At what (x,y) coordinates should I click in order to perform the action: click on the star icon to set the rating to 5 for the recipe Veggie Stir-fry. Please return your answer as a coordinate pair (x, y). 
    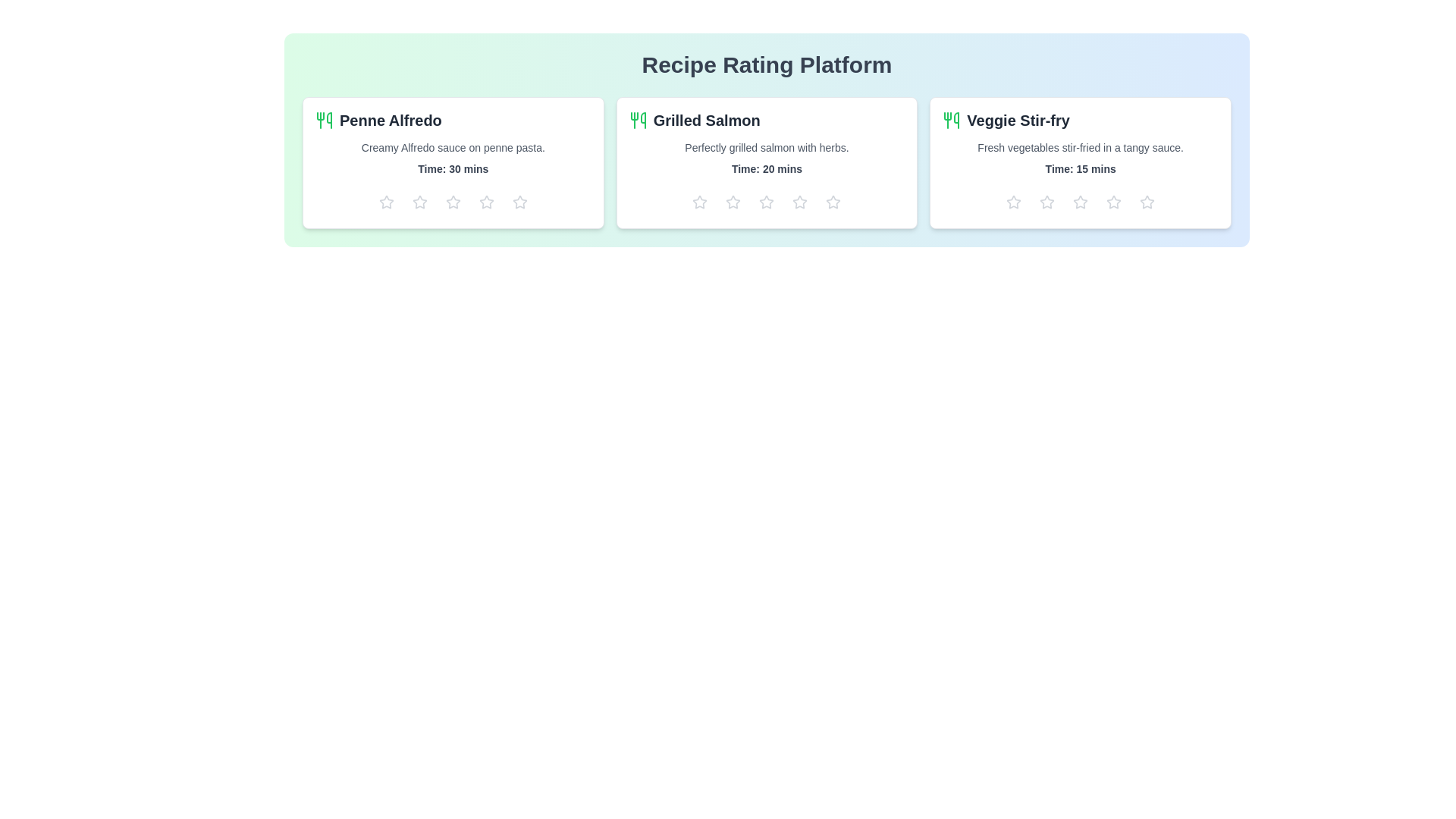
    Looking at the image, I should click on (1147, 201).